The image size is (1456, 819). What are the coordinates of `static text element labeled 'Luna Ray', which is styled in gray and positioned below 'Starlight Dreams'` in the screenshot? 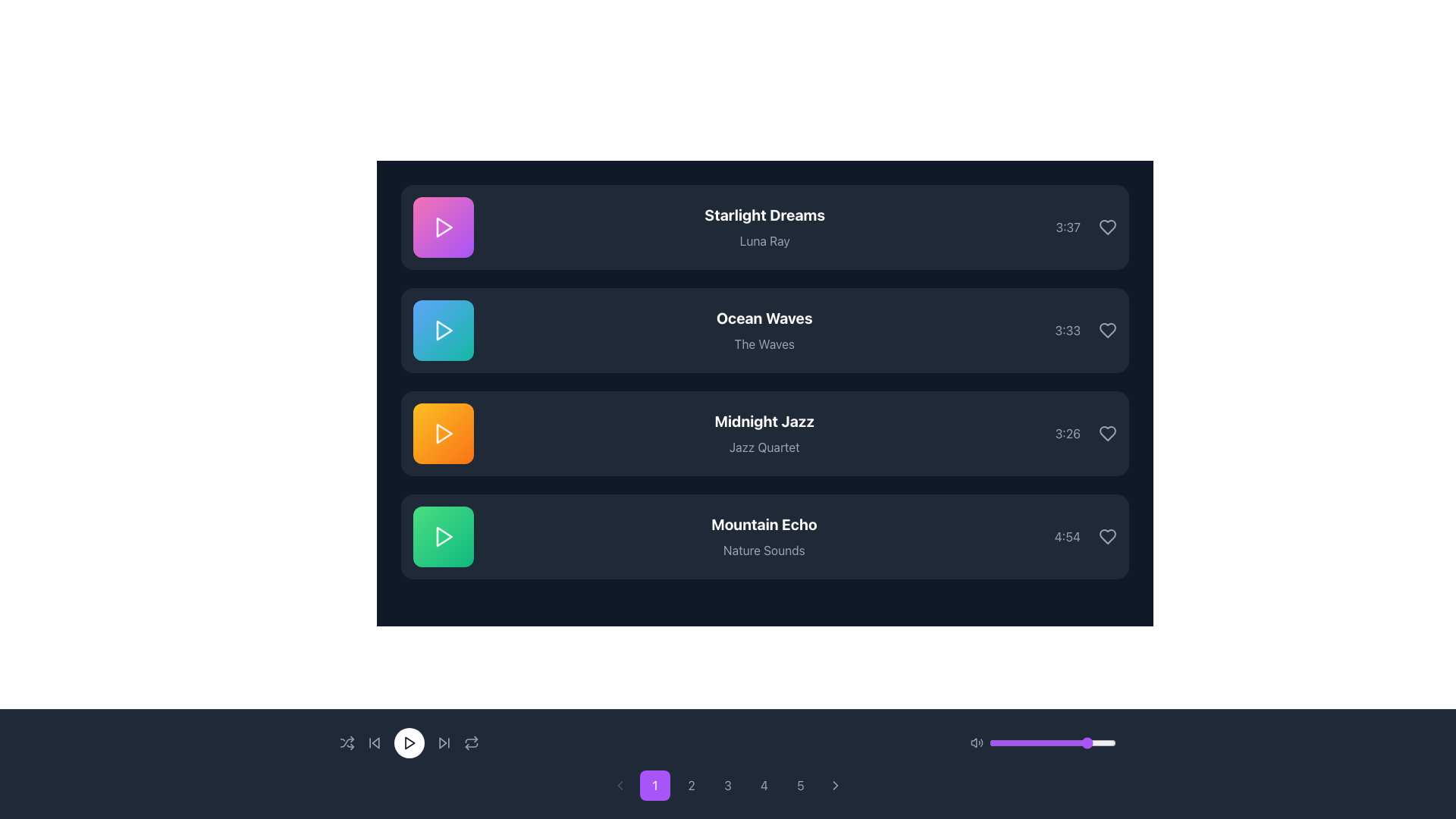 It's located at (764, 240).